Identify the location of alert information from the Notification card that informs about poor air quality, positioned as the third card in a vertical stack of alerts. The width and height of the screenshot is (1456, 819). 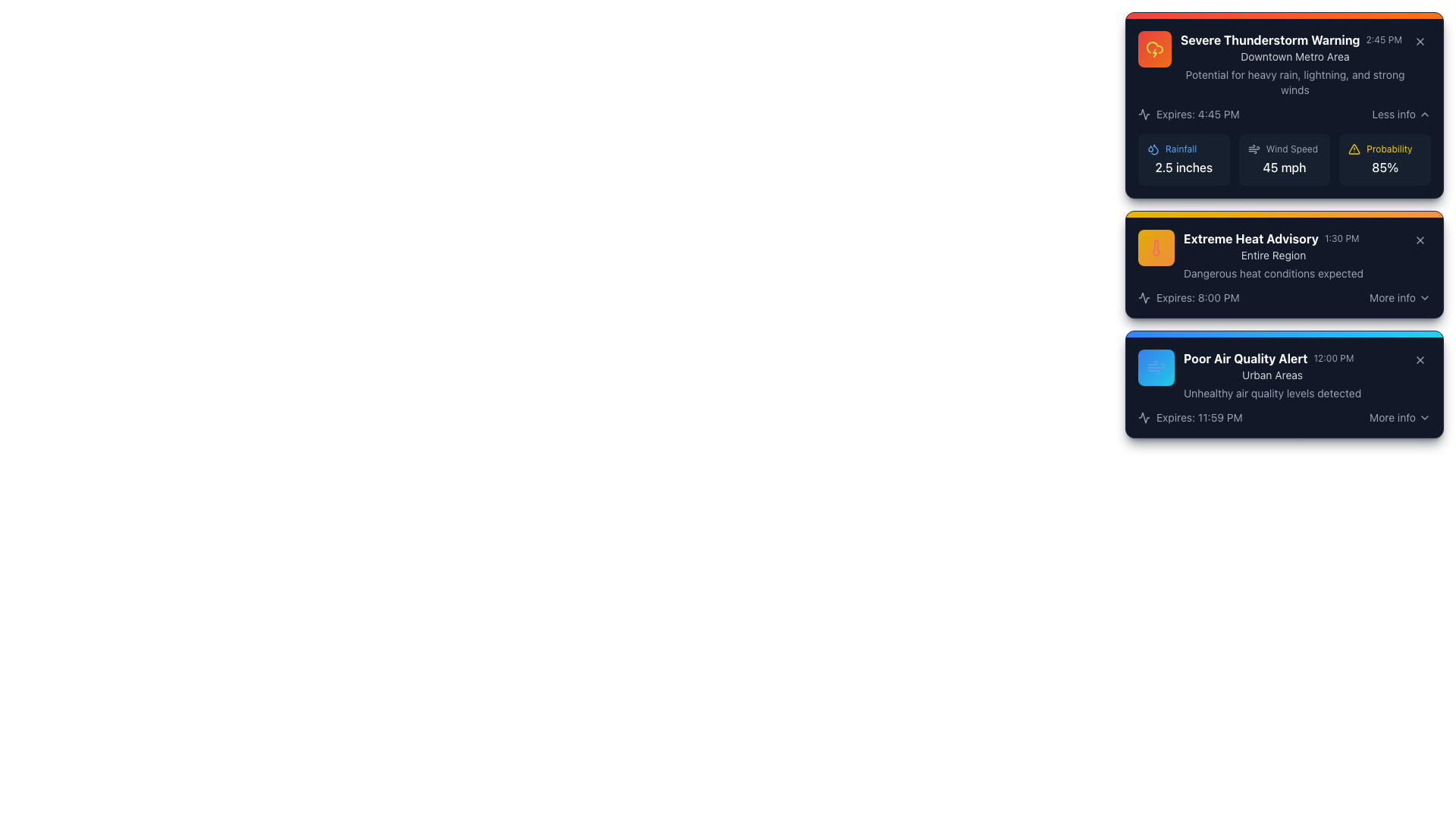
(1272, 375).